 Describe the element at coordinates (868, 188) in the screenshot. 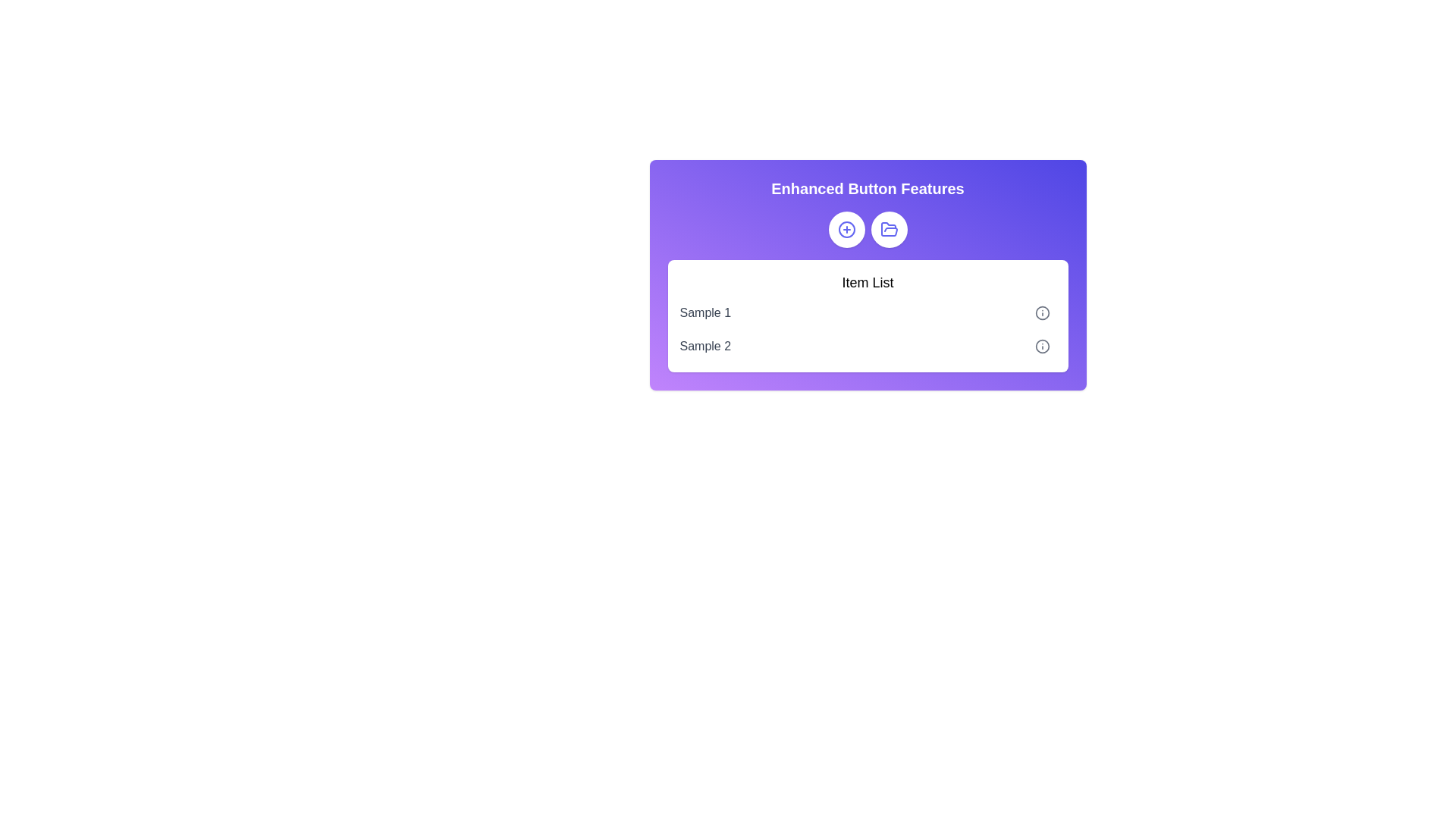

I see `the text label that reads 'Enhanced Button Features', which is styled with a large and bold white font and is centrally positioned above two circular buttons` at that location.